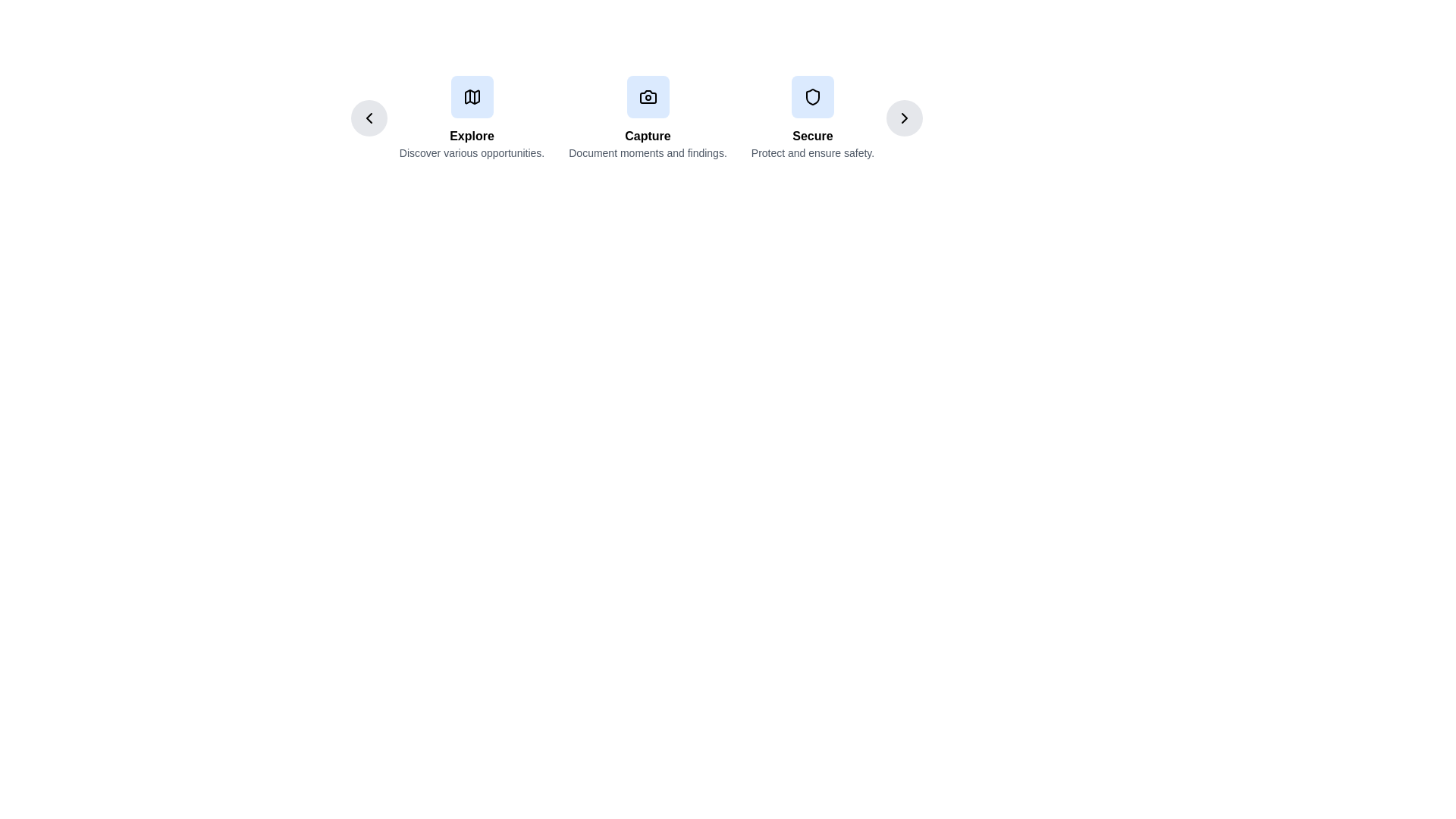  What do you see at coordinates (905, 117) in the screenshot?
I see `the small triangular arrow pointing right, which is black and minimalist, located near the right edge of the interface adjacent to the 'Secure' label` at bounding box center [905, 117].